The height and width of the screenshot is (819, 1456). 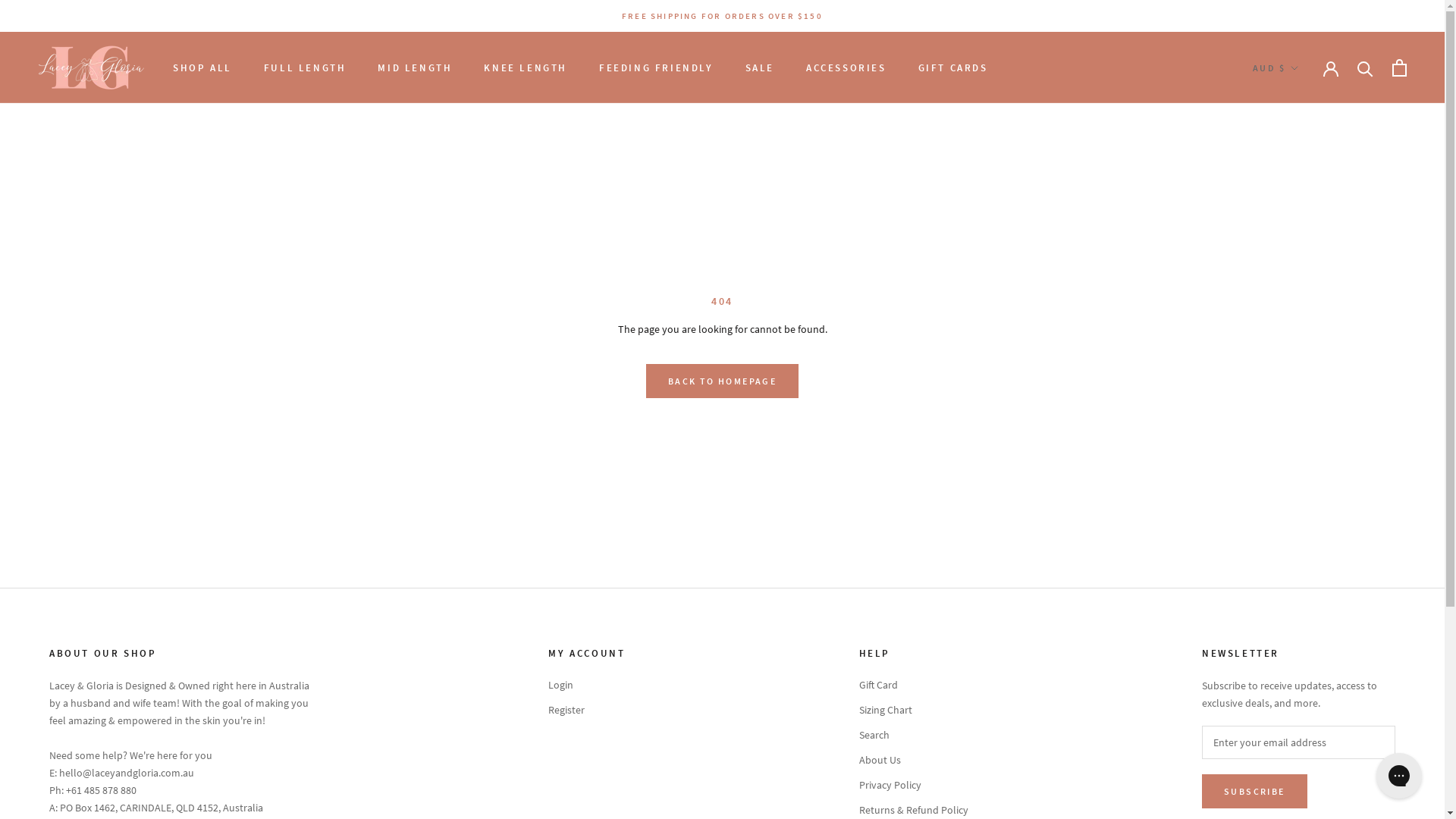 What do you see at coordinates (1252, 169) in the screenshot?
I see `'HKD'` at bounding box center [1252, 169].